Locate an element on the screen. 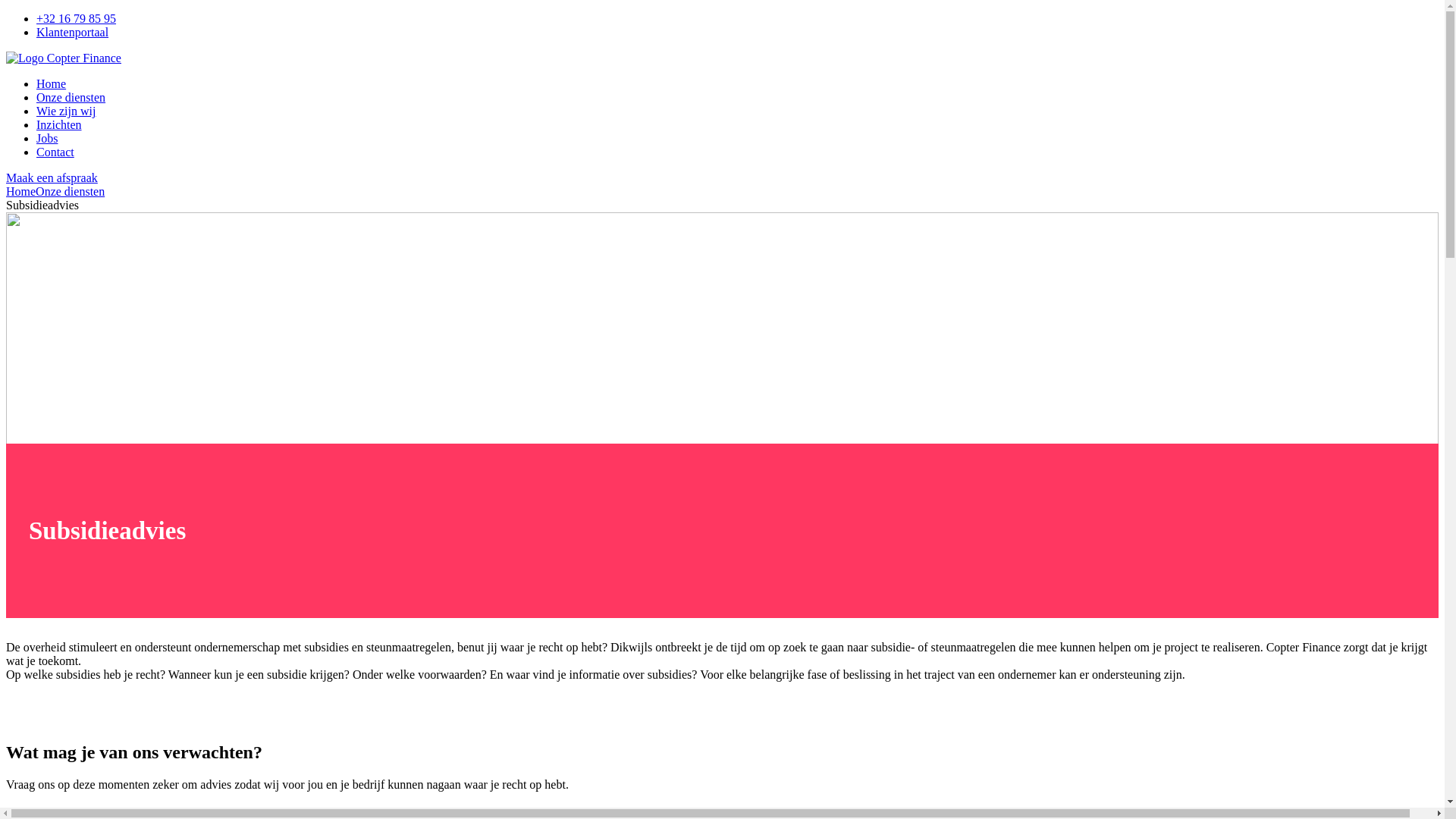 The image size is (1456, 819). 'Contact' is located at coordinates (36, 152).